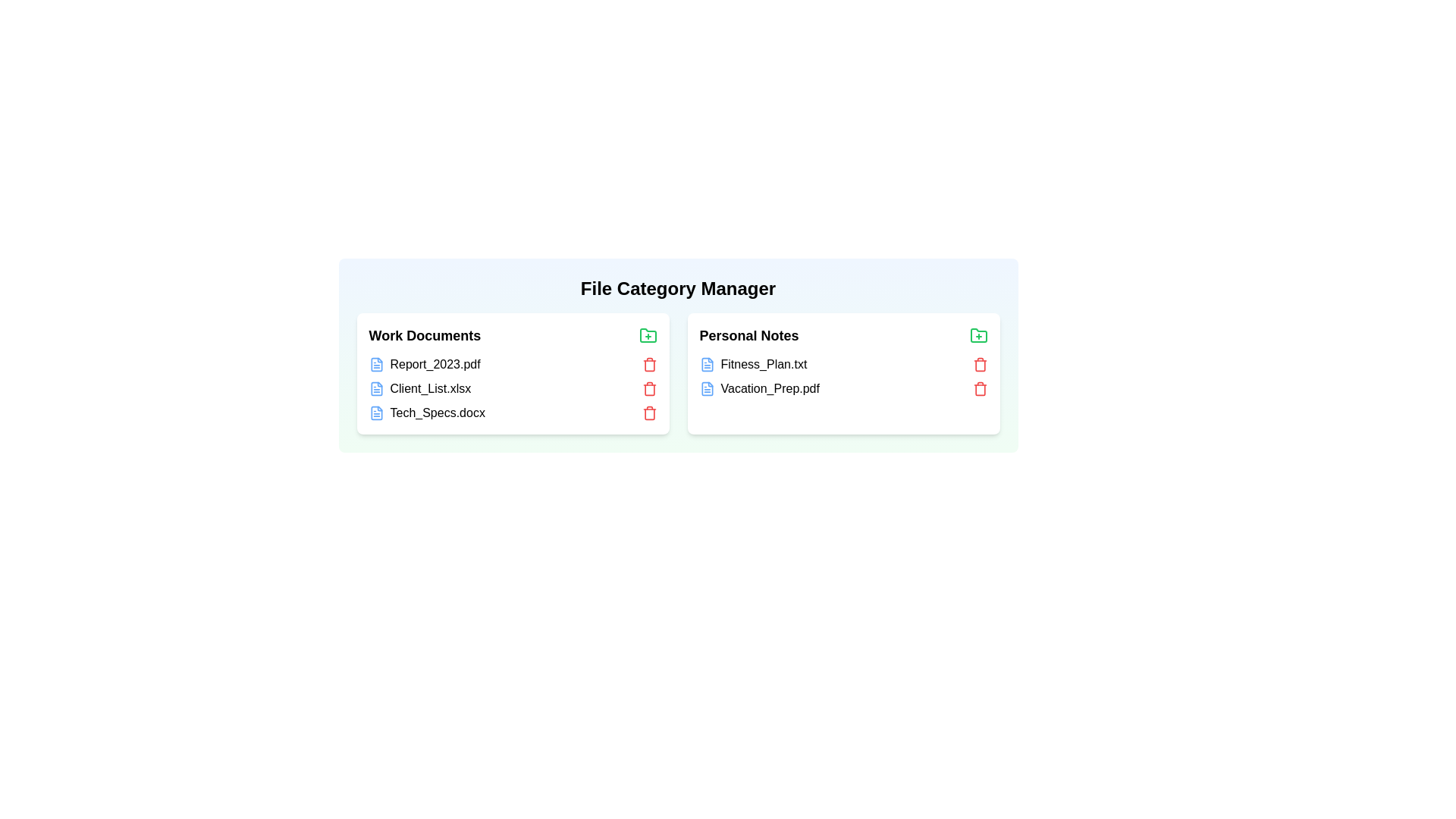  What do you see at coordinates (978, 335) in the screenshot?
I see `'Add File' button for the category 'Personal Notes'` at bounding box center [978, 335].